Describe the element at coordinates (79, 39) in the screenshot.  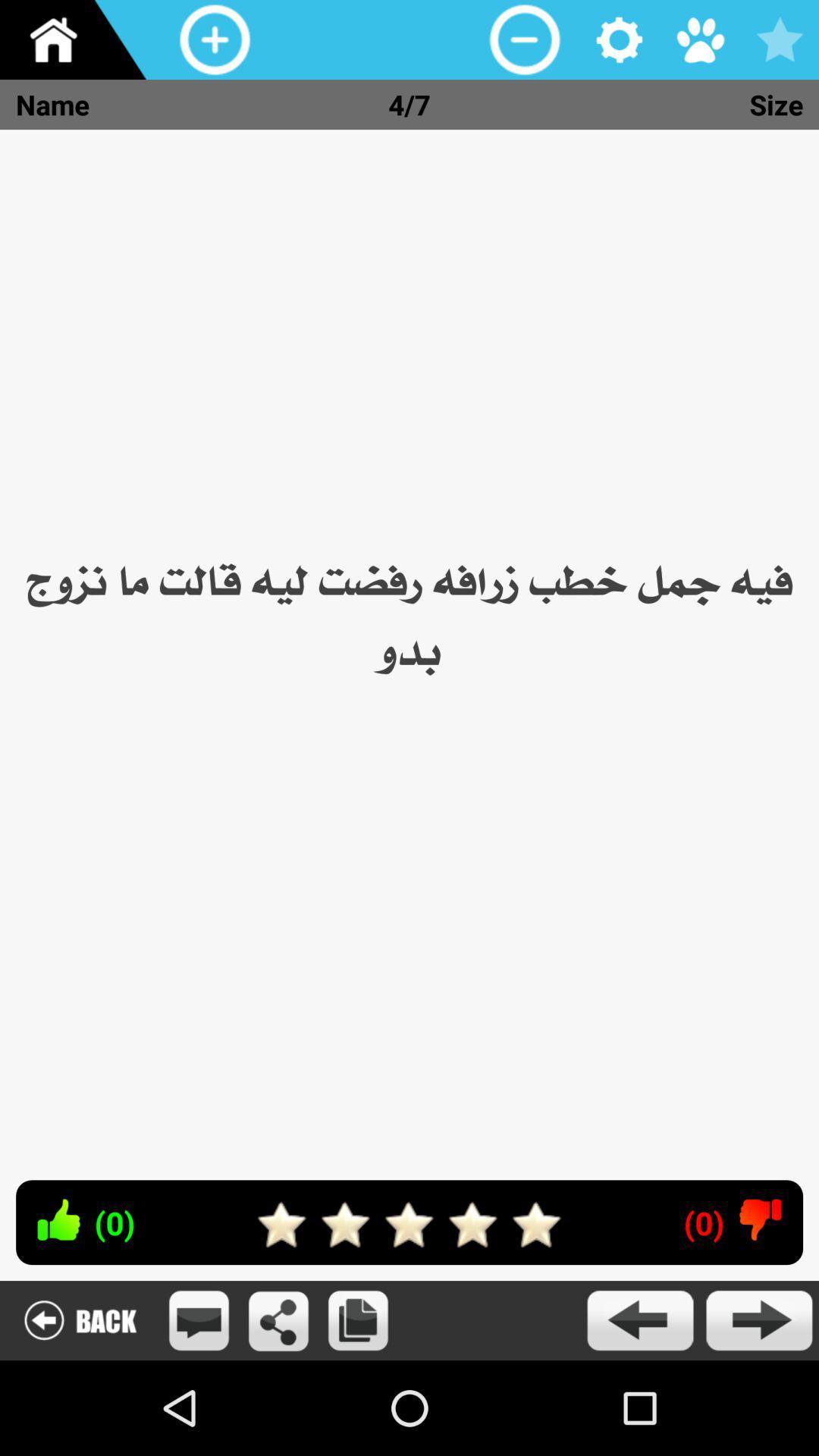
I see `app above name` at that location.